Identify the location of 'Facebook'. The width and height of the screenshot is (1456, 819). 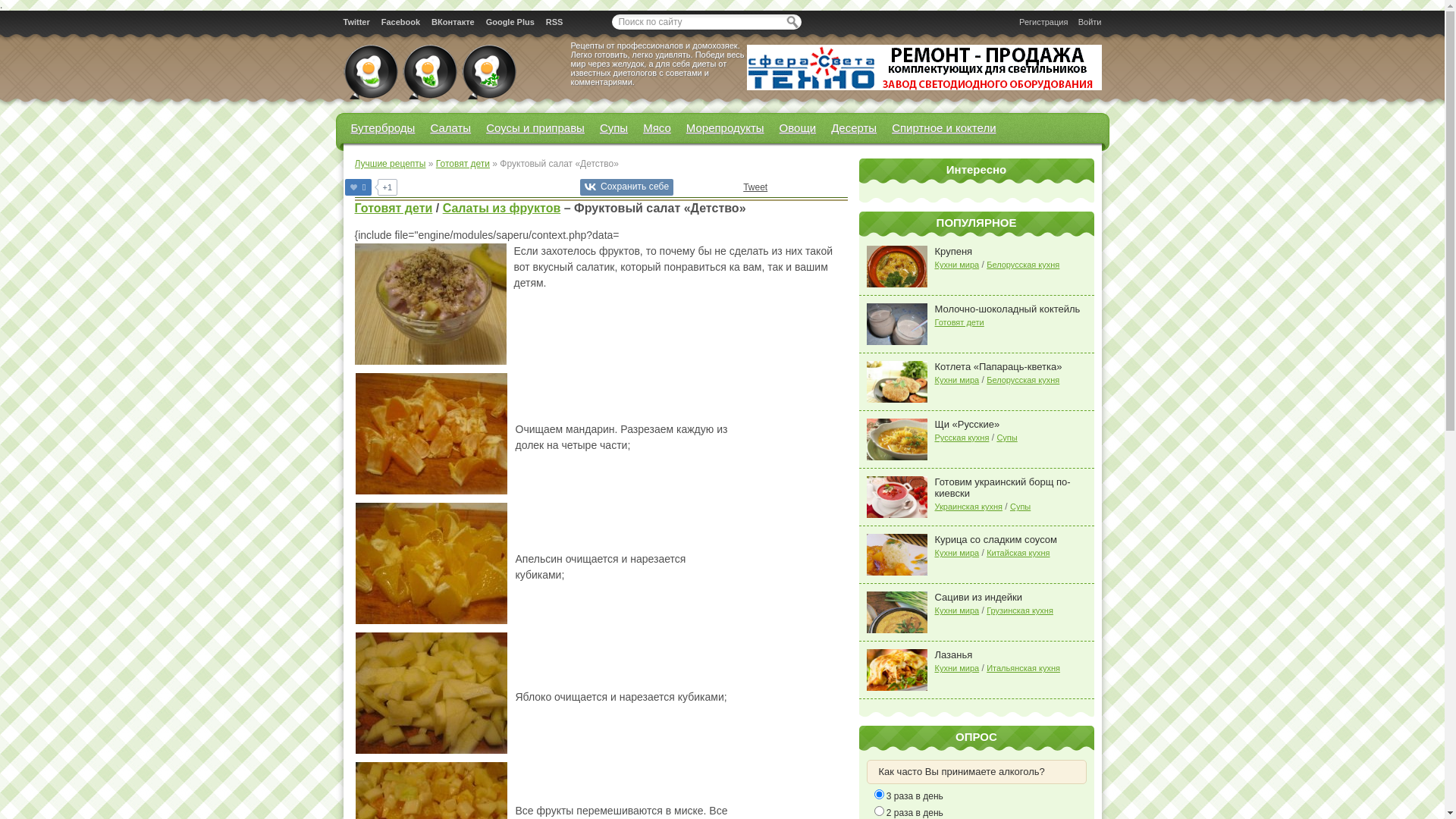
(381, 22).